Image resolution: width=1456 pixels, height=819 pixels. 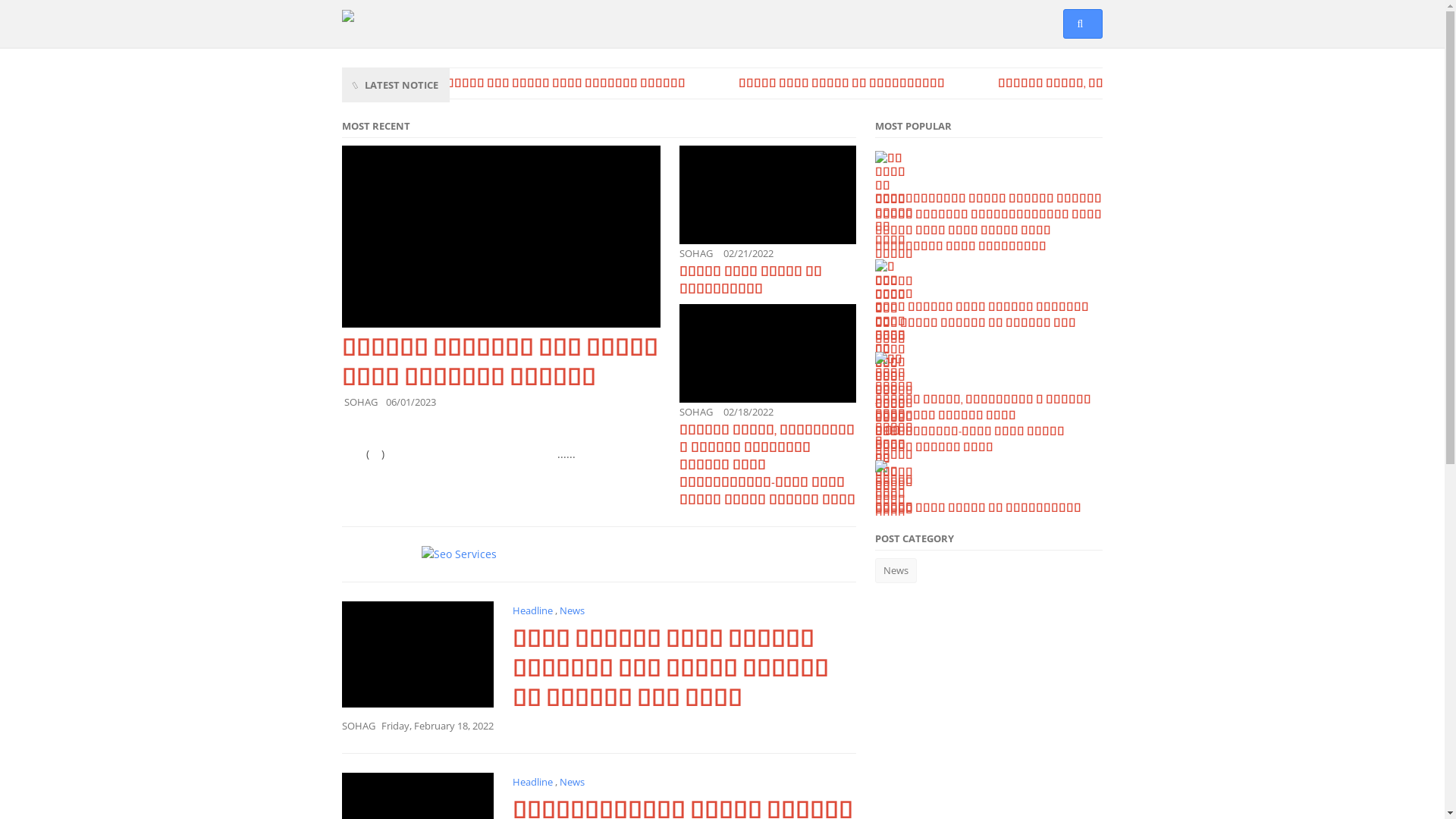 What do you see at coordinates (513, 781) in the screenshot?
I see `'Headline'` at bounding box center [513, 781].